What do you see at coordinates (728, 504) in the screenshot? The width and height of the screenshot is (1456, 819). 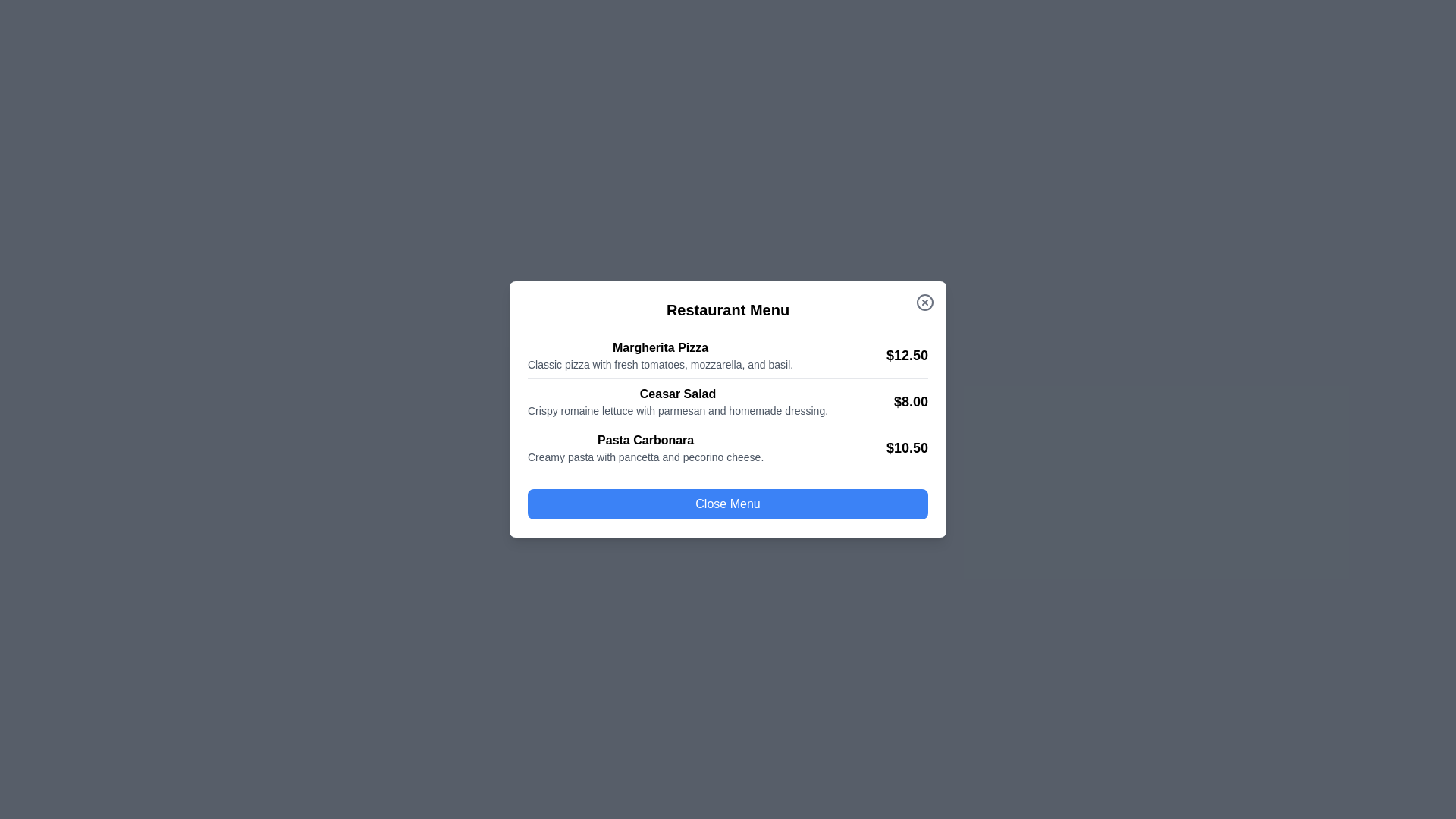 I see `the 'Close Menu' button to close the dialog` at bounding box center [728, 504].